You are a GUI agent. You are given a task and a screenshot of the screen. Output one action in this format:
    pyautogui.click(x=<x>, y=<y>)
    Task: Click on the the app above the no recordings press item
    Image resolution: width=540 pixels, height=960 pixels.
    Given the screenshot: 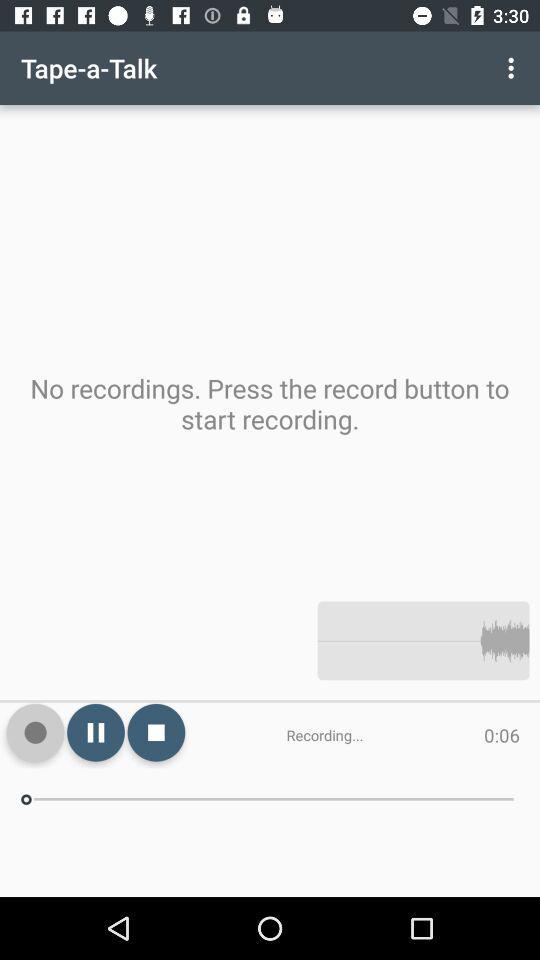 What is the action you would take?
    pyautogui.click(x=513, y=68)
    